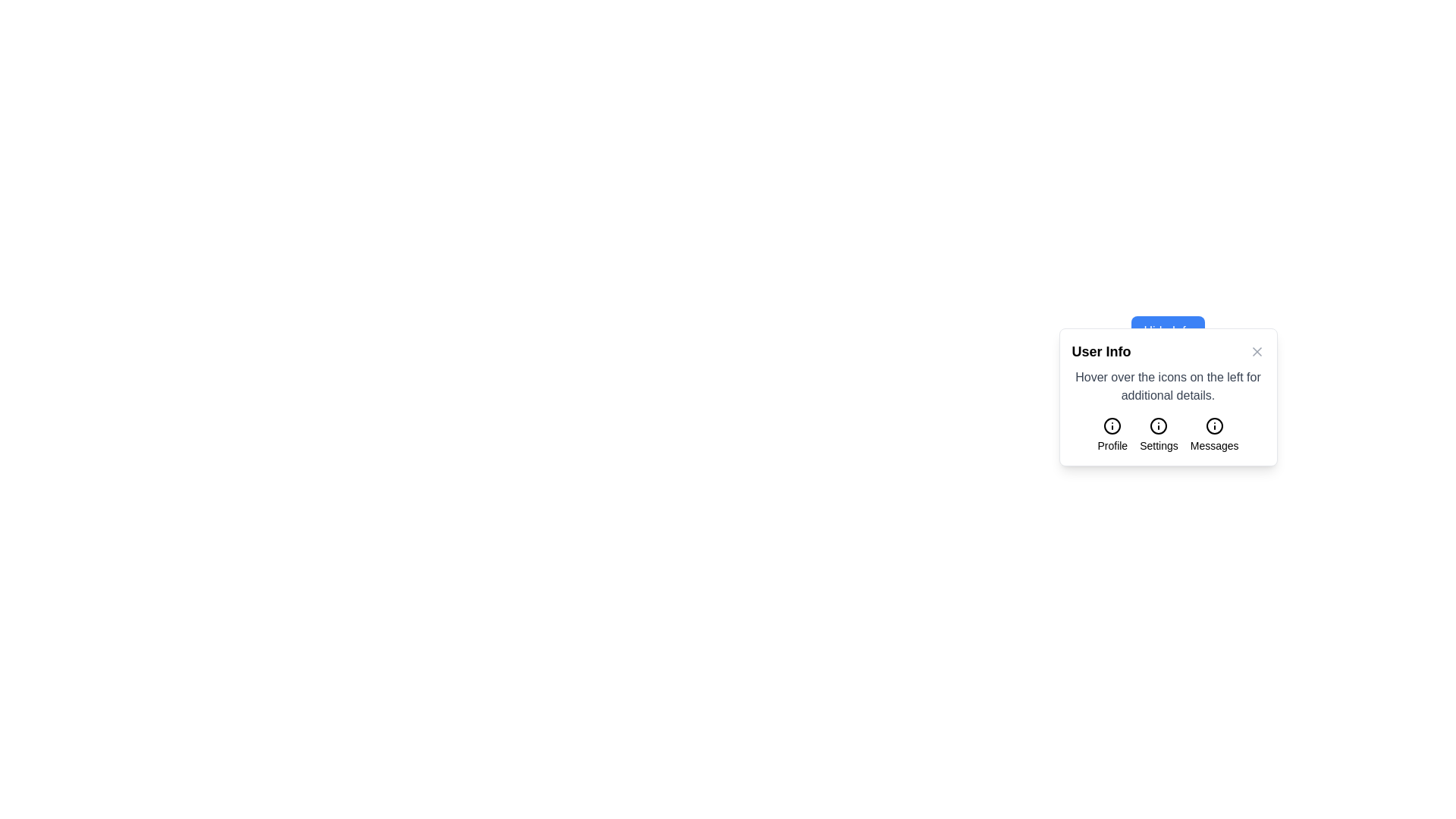  I want to click on the button that toggles the visibility of the user information panel, located above the panel on the right side of the interface, so click(1167, 330).